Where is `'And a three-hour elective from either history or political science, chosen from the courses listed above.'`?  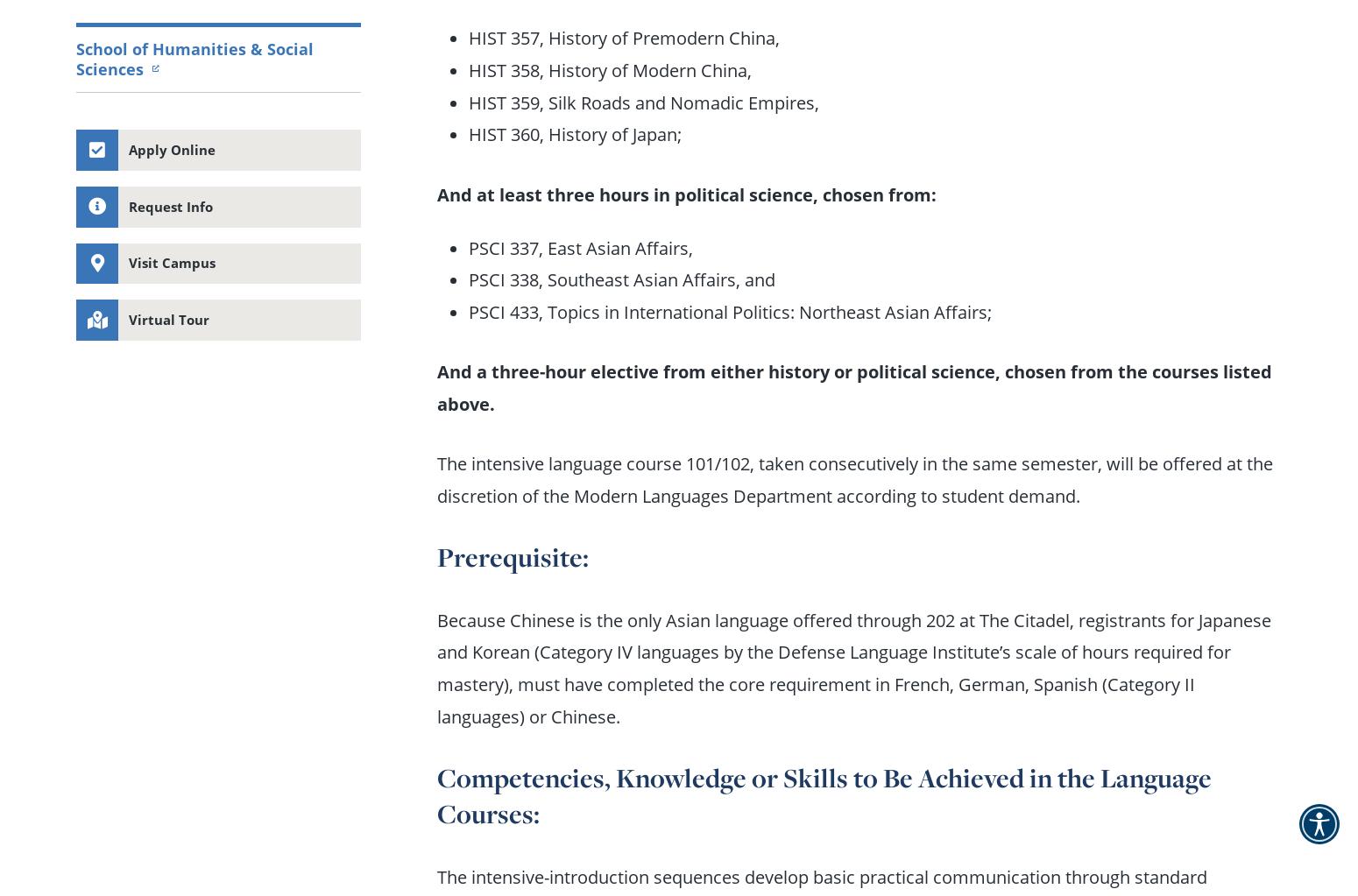 'And a three-hour elective from either history or political science, chosen from the courses listed above.' is located at coordinates (435, 386).